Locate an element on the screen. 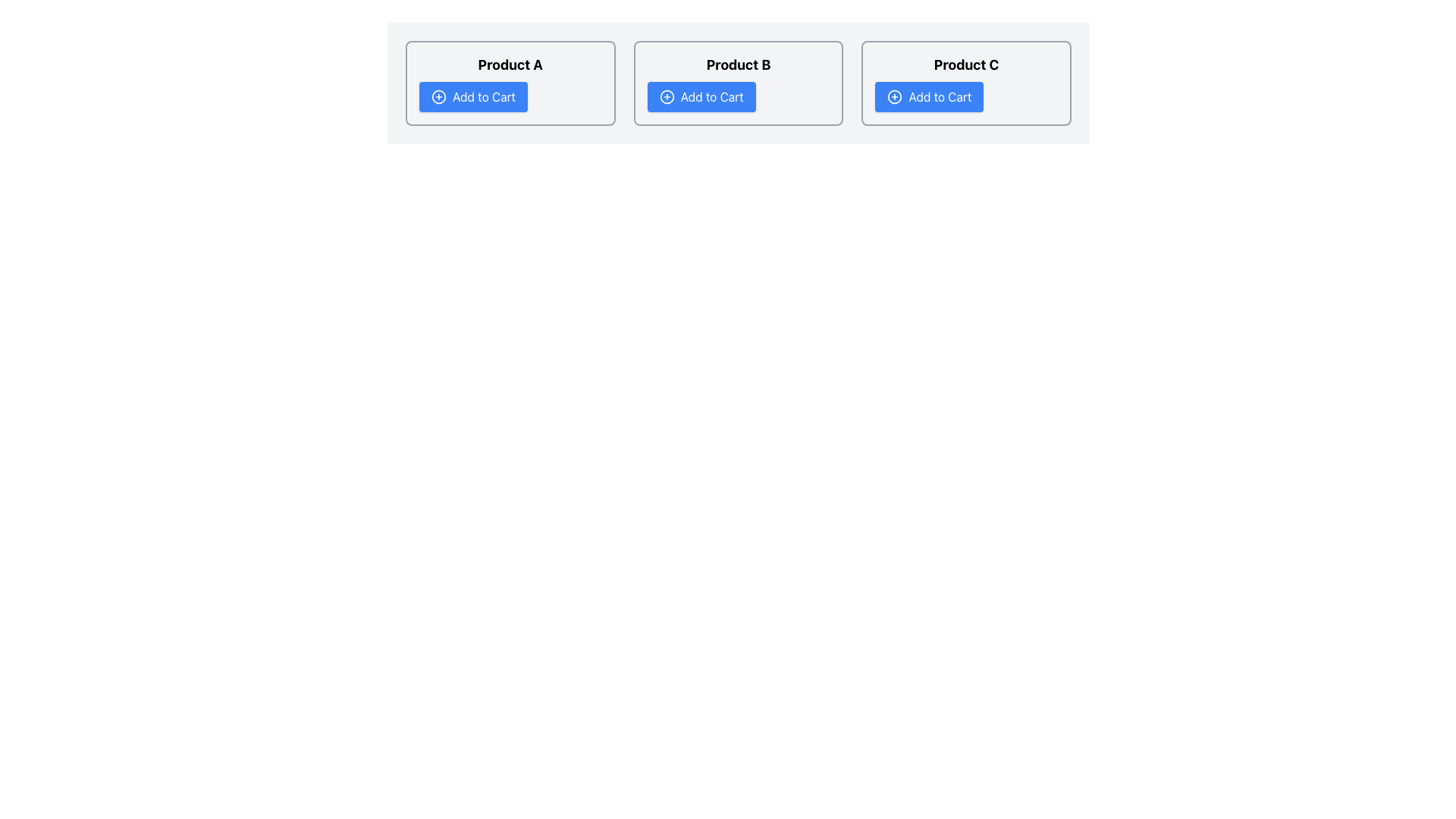  the circular icon component of the 'Add to Cart' button for Product B, which indicates the action of adding a product to the cart is located at coordinates (667, 96).